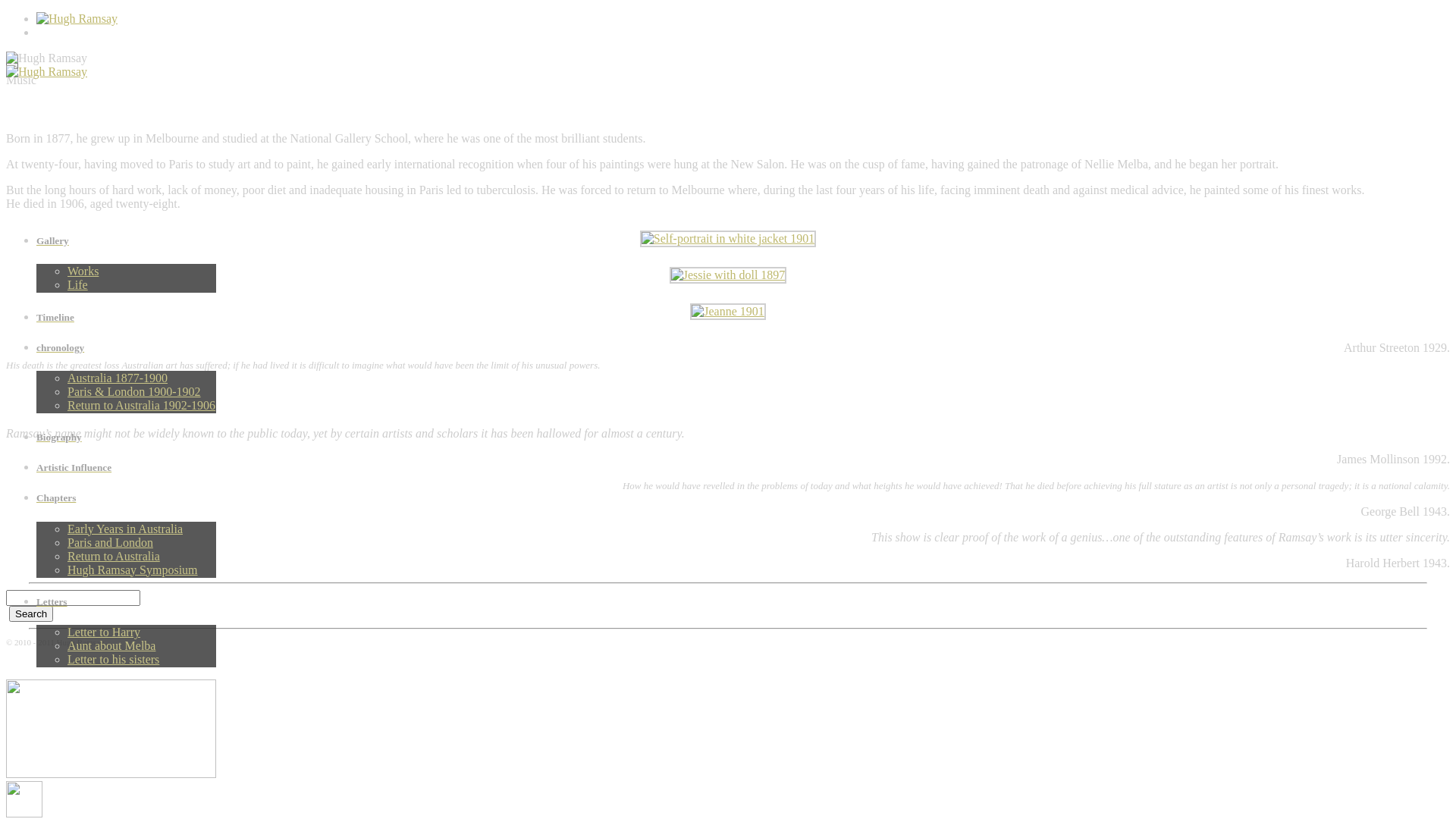 The height and width of the screenshot is (819, 1456). I want to click on 'Aunt about Melba', so click(111, 645).